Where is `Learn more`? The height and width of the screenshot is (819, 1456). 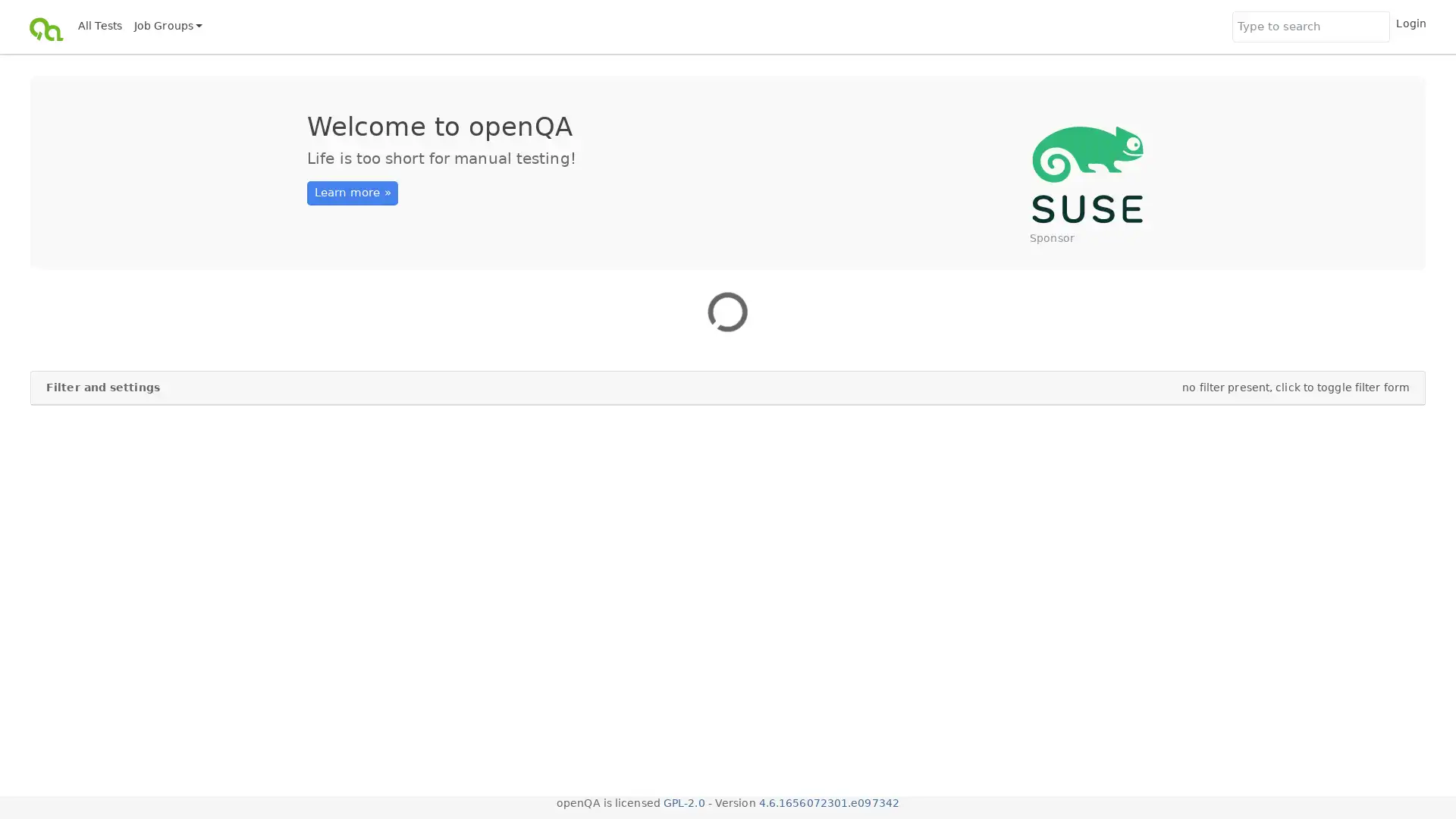
Learn more is located at coordinates (352, 192).